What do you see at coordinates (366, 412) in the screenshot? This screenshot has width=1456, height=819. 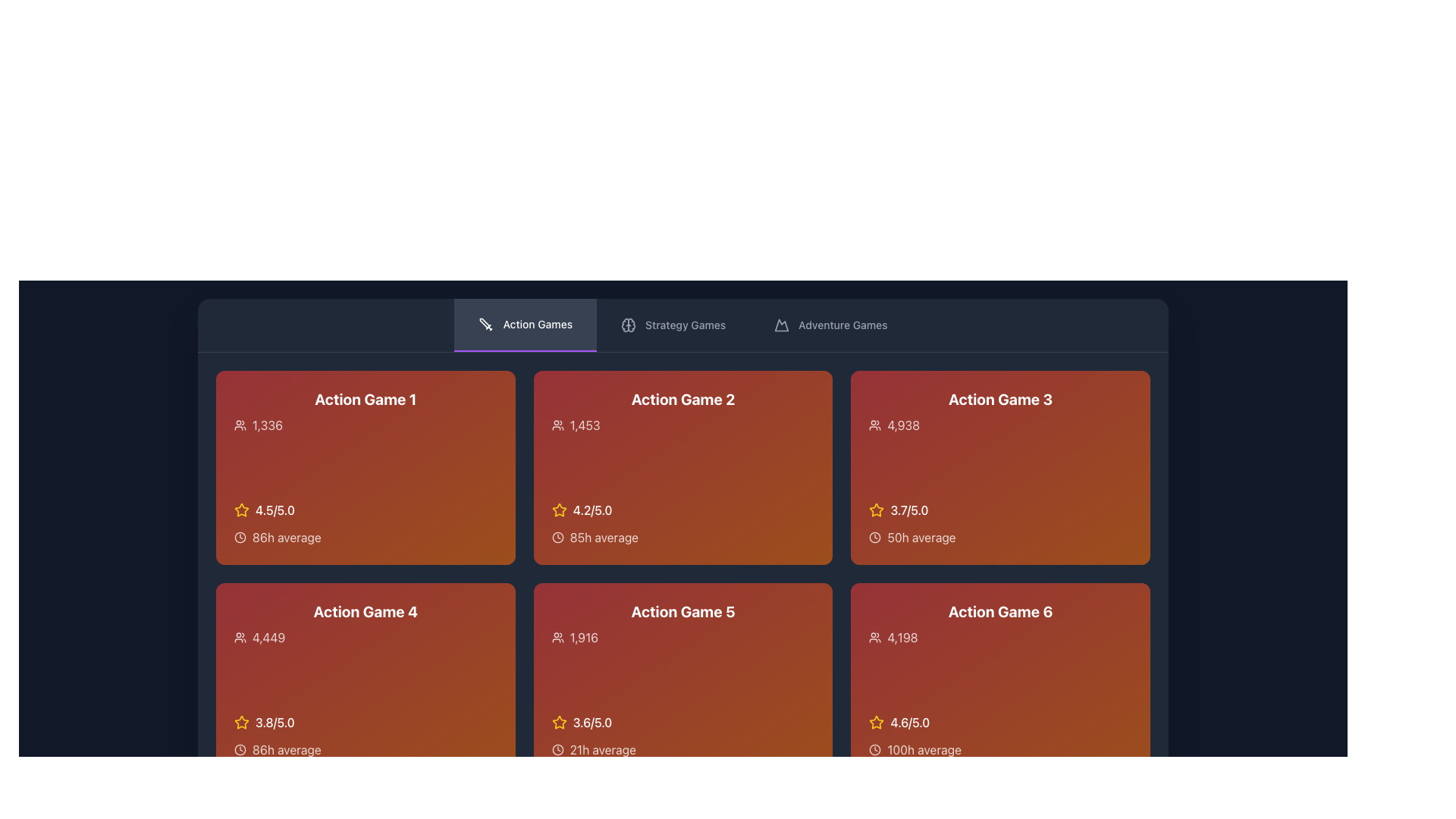 I see `the title 'Action Game 1' in the top-left card of the game details grid` at bounding box center [366, 412].